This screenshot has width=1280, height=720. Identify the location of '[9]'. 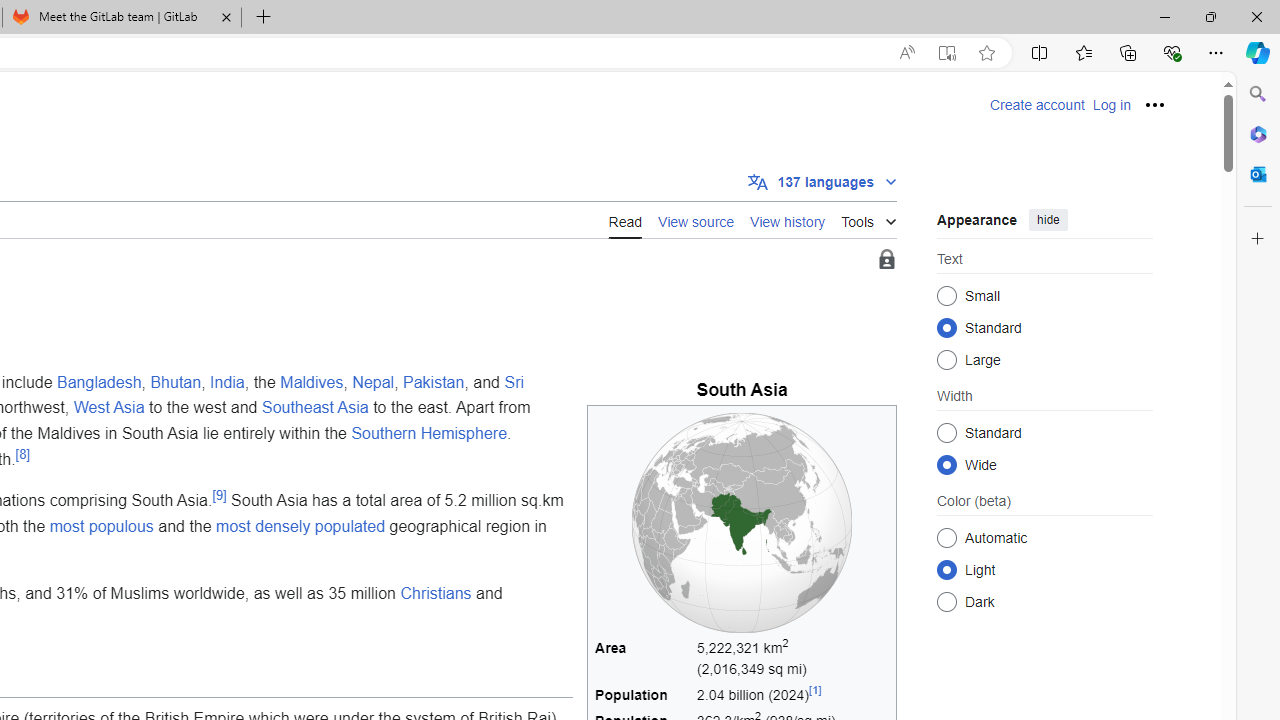
(219, 495).